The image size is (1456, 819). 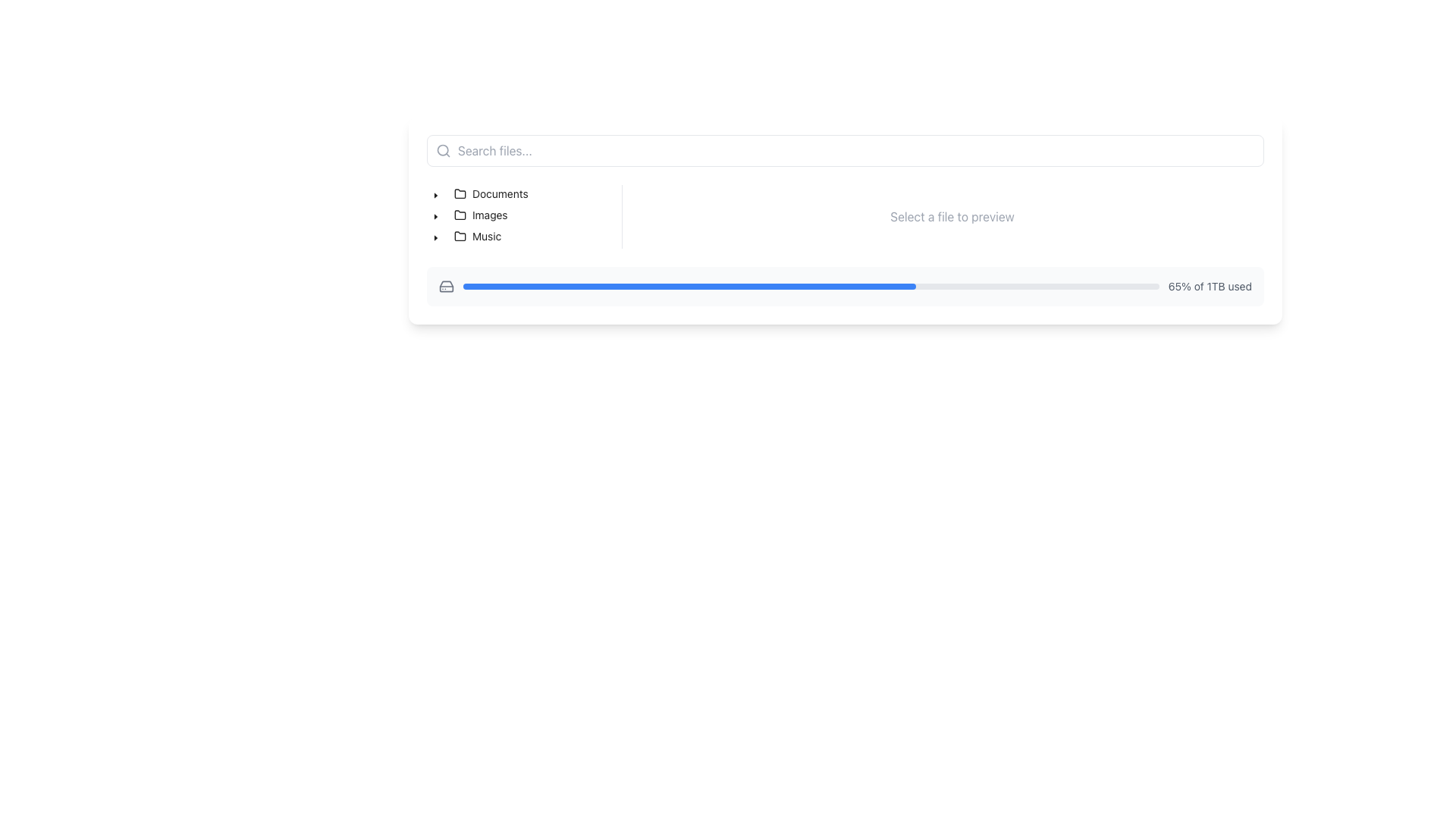 I want to click on the 'Documents' folder icon in the navigation panel, so click(x=459, y=192).